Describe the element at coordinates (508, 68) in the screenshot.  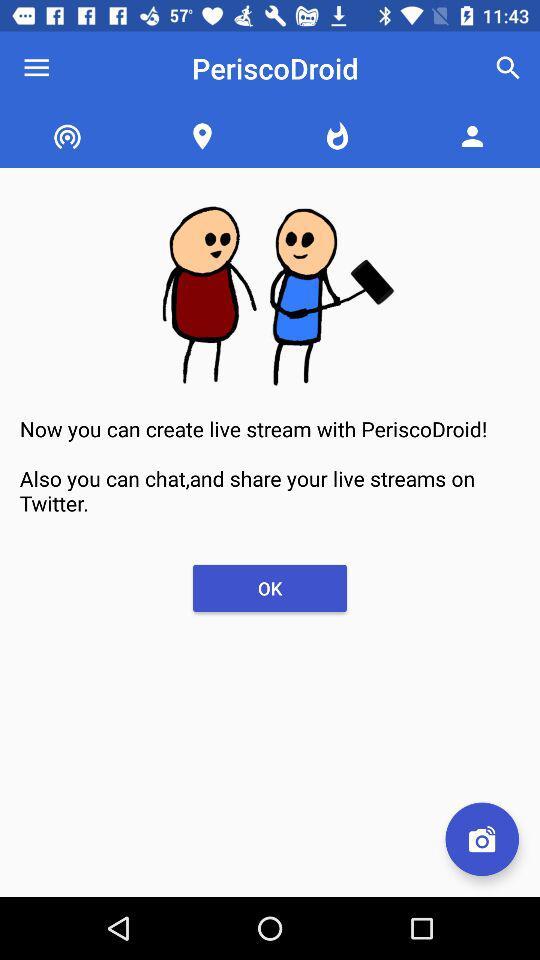
I see `item to the right of the periscodroid icon` at that location.